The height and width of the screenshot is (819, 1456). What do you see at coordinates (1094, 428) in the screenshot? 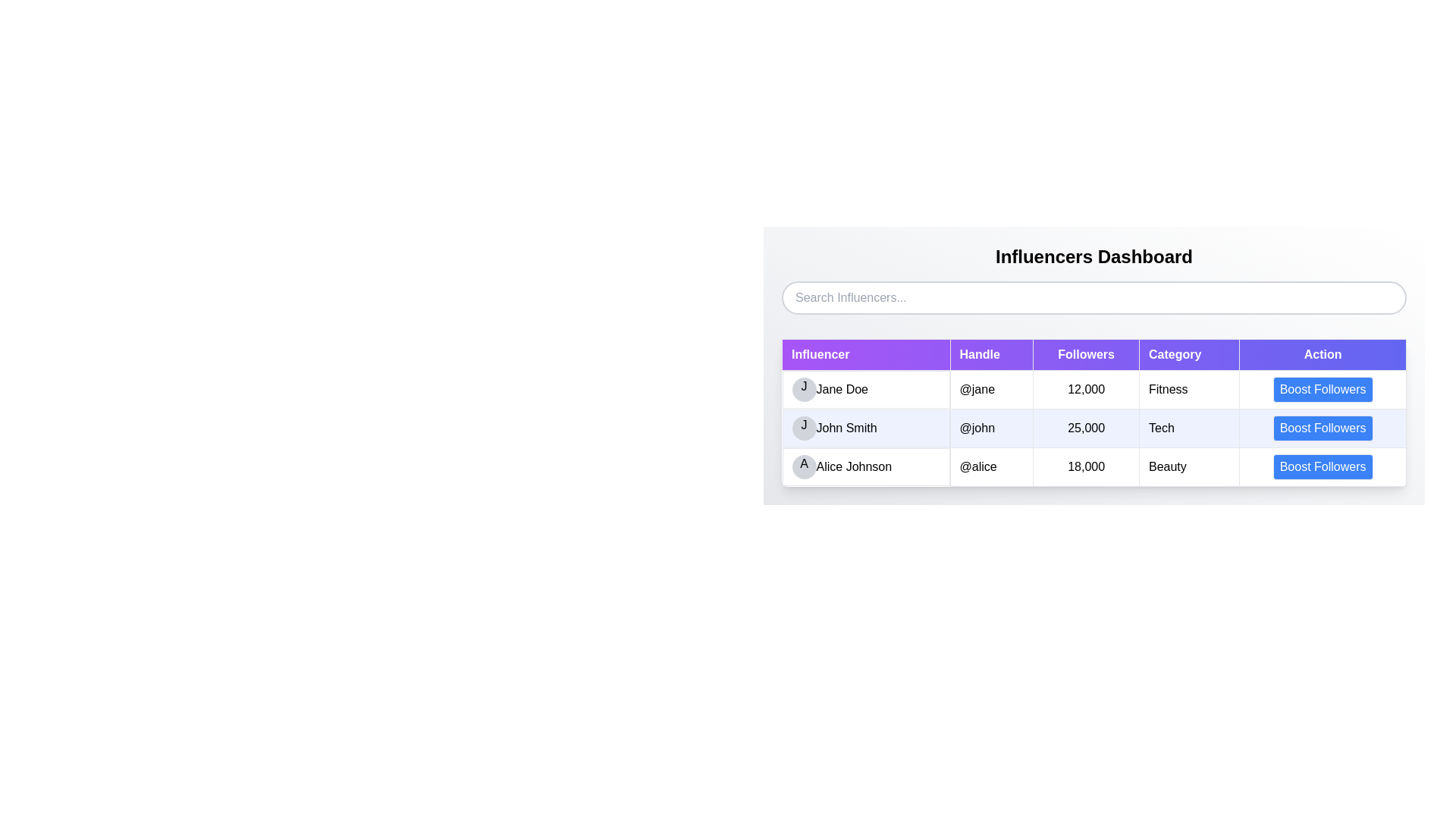
I see `the second row of the tabular data that displays information about the influencer 'John Smith'` at bounding box center [1094, 428].